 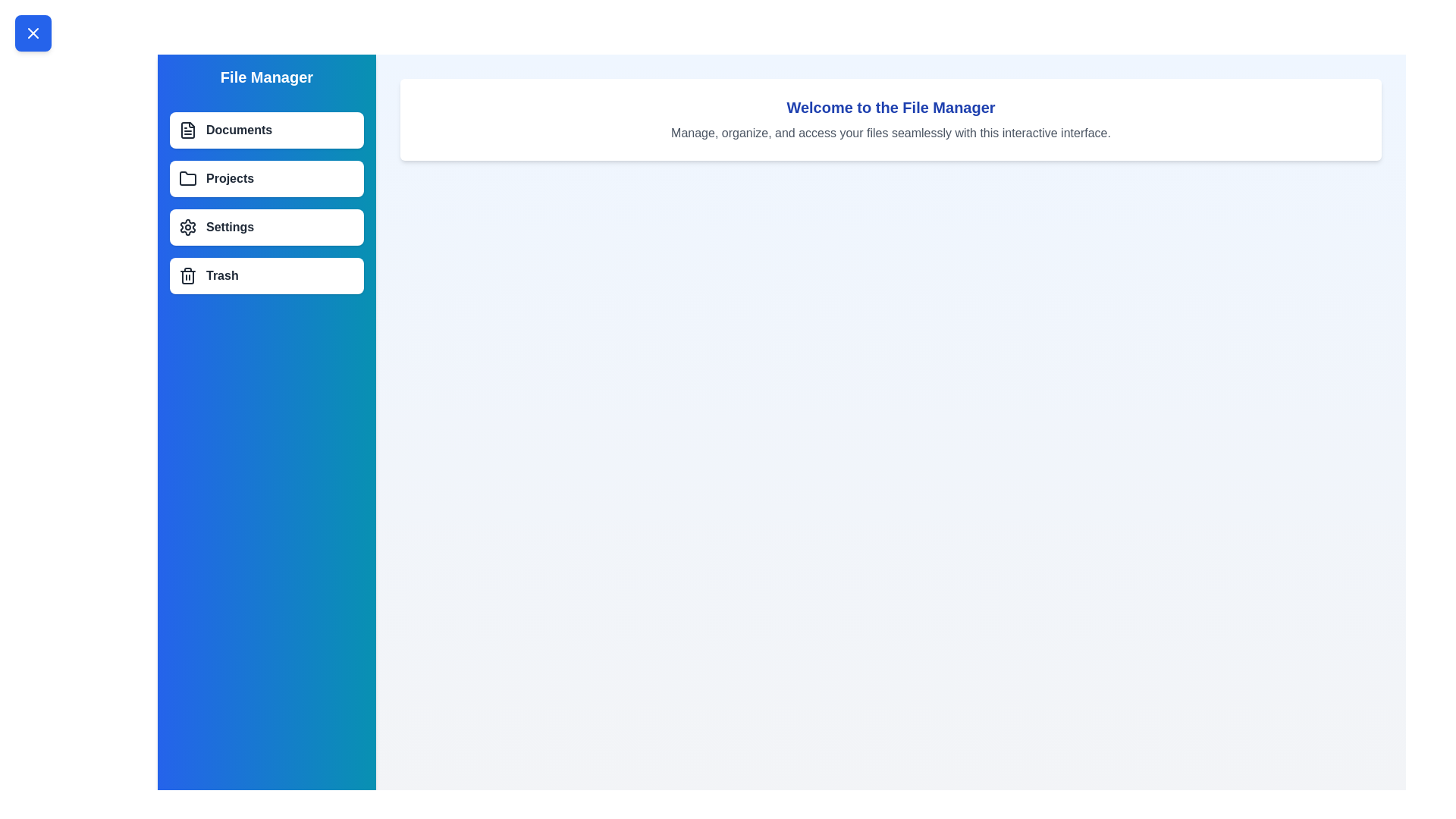 What do you see at coordinates (266, 275) in the screenshot?
I see `the menu item labeled Trash to select it` at bounding box center [266, 275].